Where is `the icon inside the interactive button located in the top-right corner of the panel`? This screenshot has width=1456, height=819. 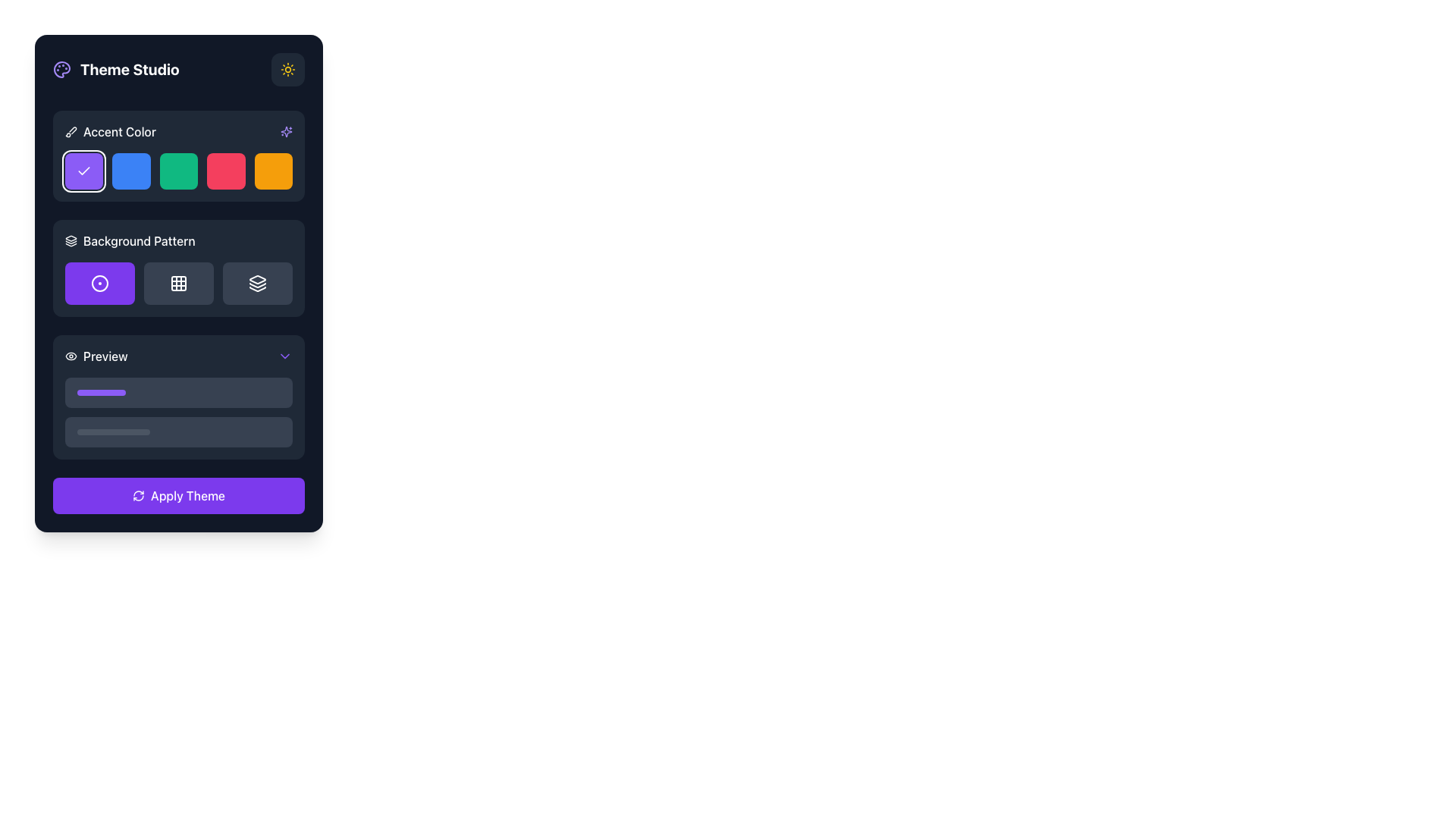 the icon inside the interactive button located in the top-right corner of the panel is located at coordinates (287, 70).